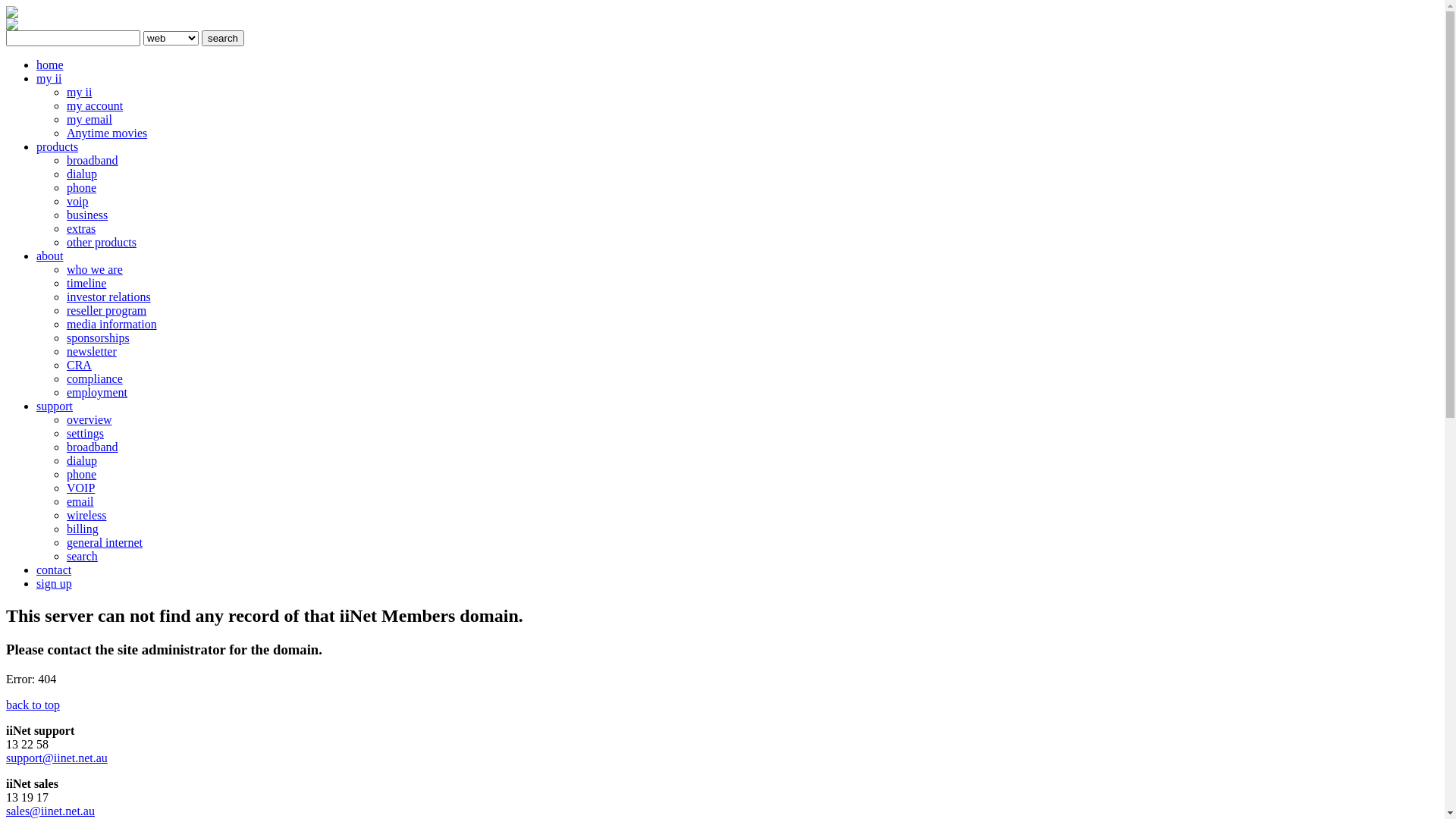  I want to click on 'contact', so click(54, 570).